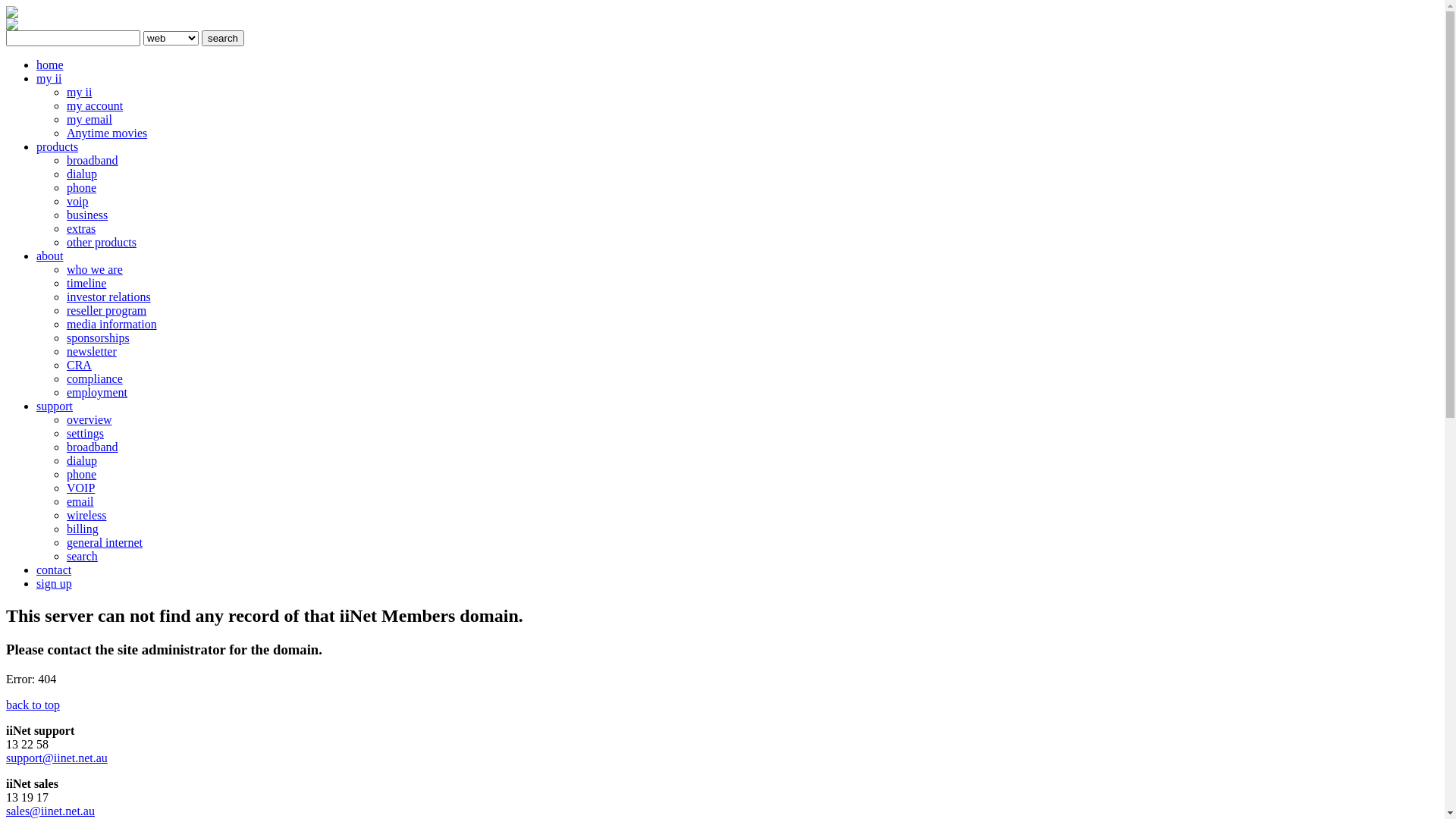  I want to click on 'contact', so click(54, 570).